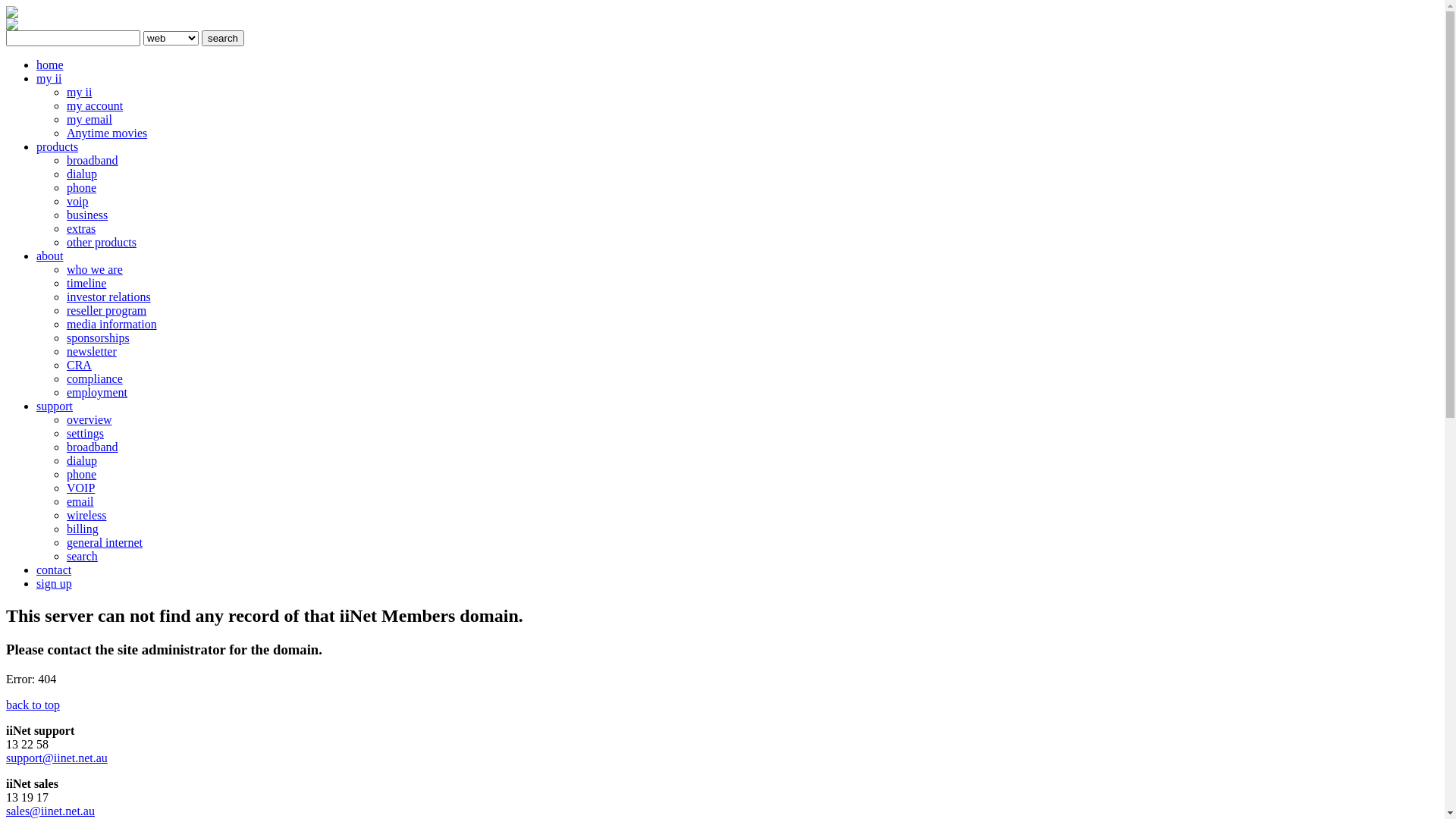  I want to click on 'contact', so click(54, 570).